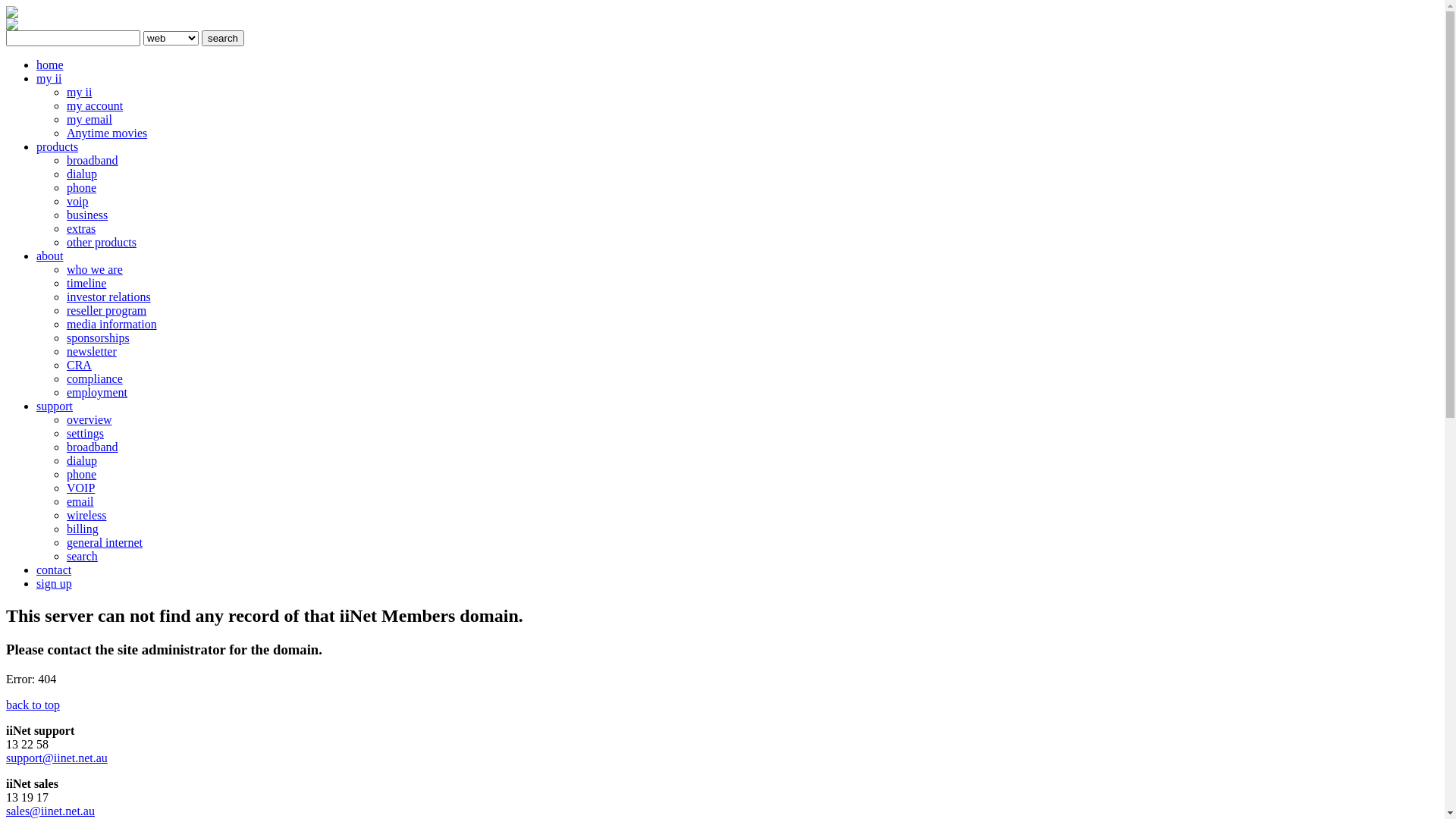  I want to click on 'contact', so click(54, 570).